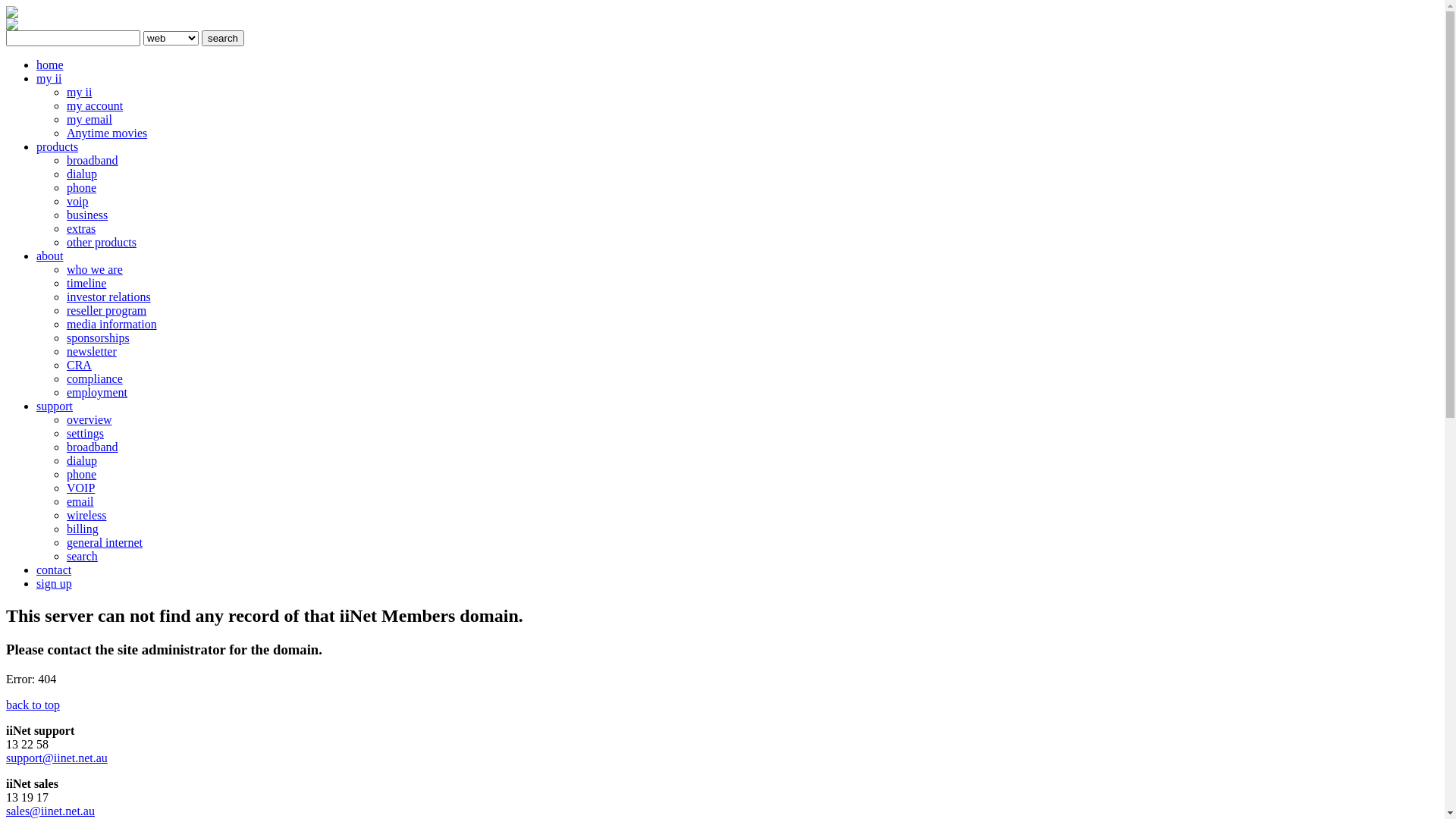  I want to click on 'contact', so click(54, 570).